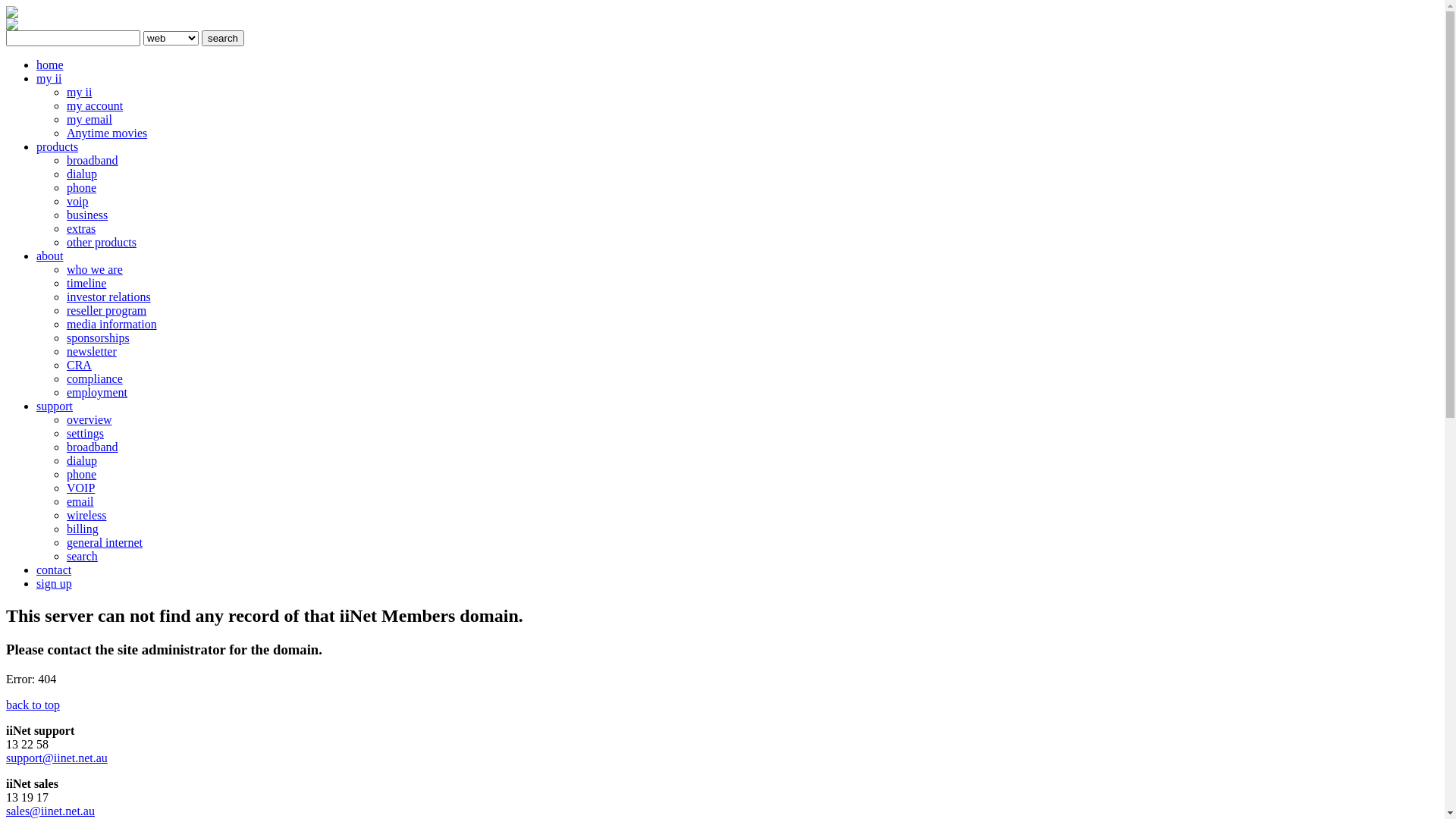  I want to click on 'contact', so click(54, 570).